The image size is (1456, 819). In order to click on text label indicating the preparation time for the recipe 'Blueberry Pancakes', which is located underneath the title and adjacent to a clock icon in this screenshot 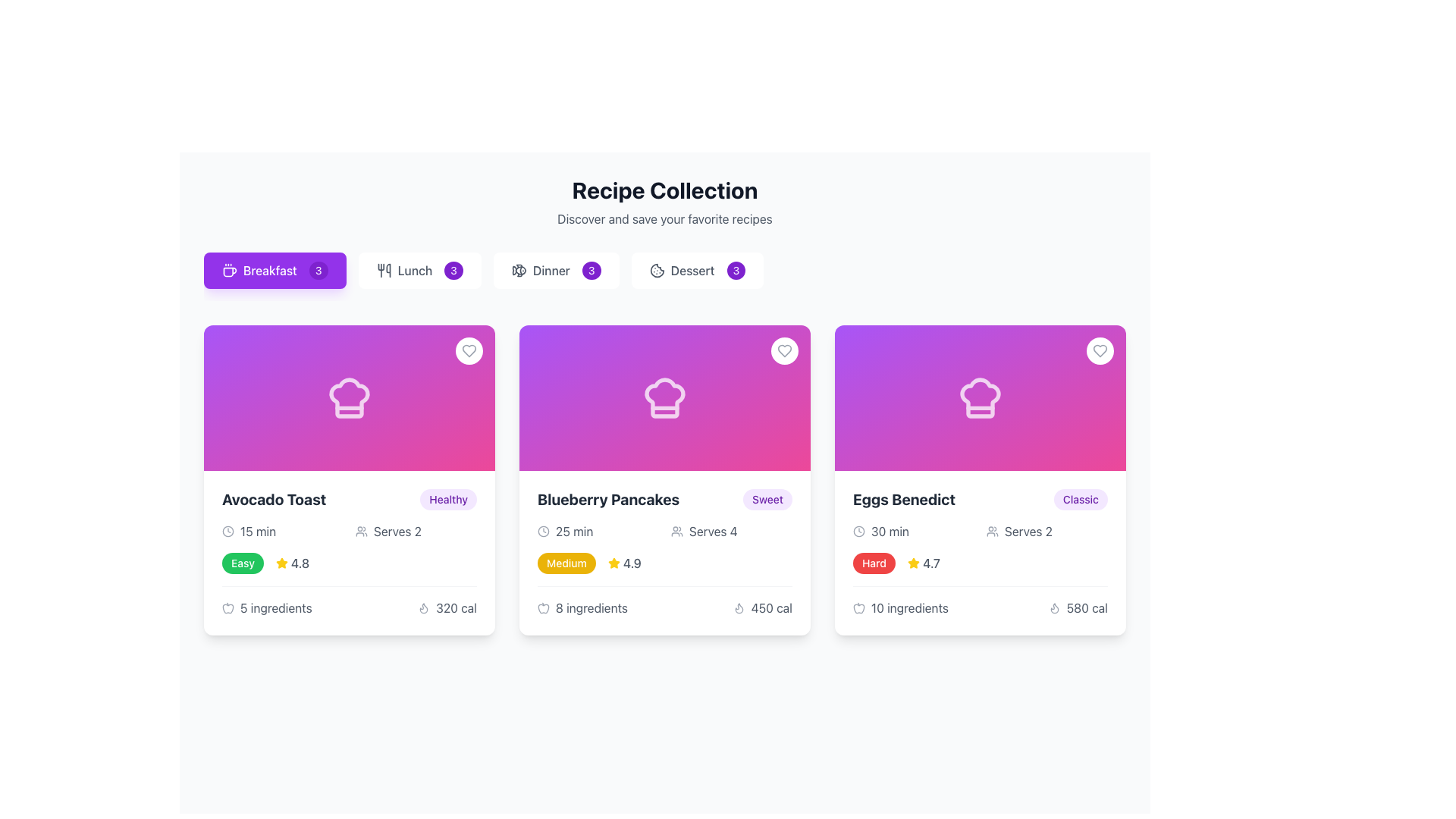, I will do `click(573, 531)`.